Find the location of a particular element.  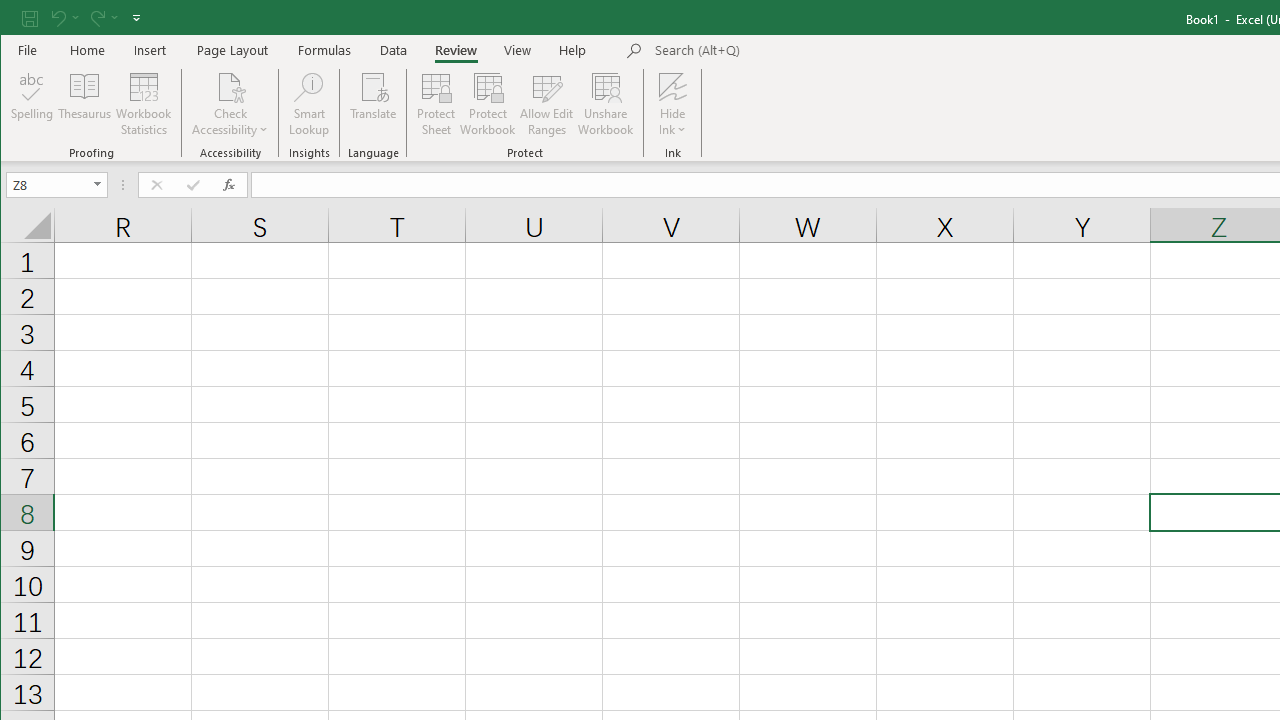

'Protect Sheet...' is located at coordinates (435, 104).